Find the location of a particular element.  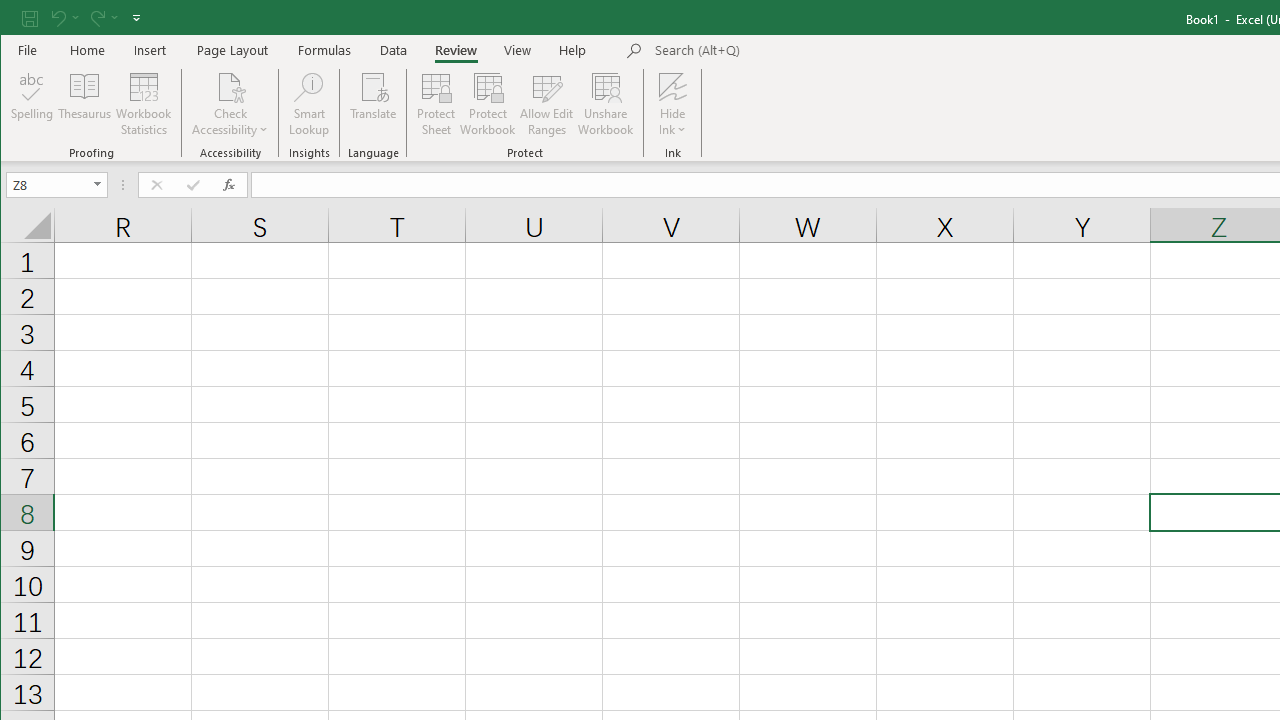

'Protect Sheet...' is located at coordinates (435, 104).